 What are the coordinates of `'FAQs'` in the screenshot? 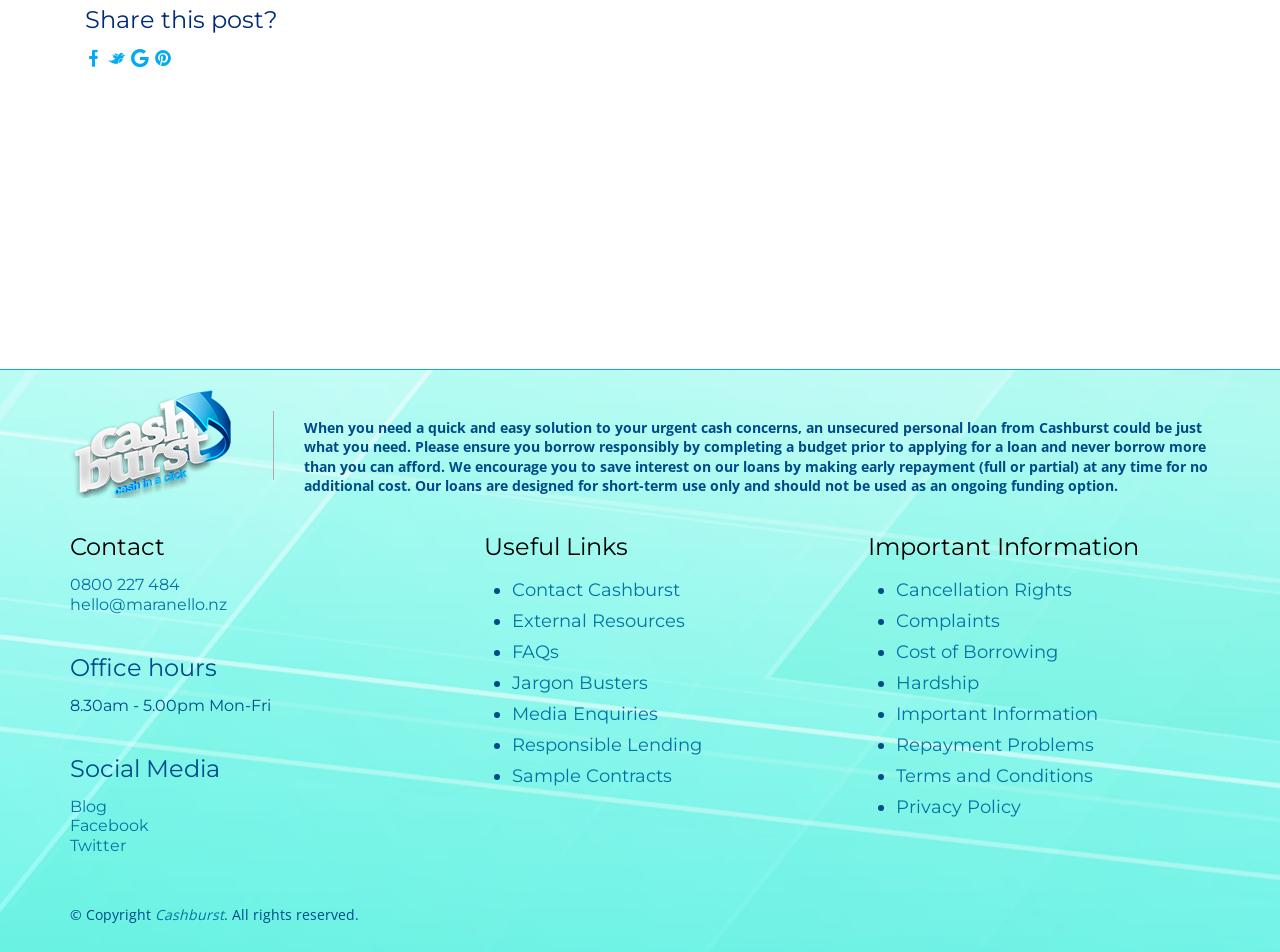 It's located at (535, 652).